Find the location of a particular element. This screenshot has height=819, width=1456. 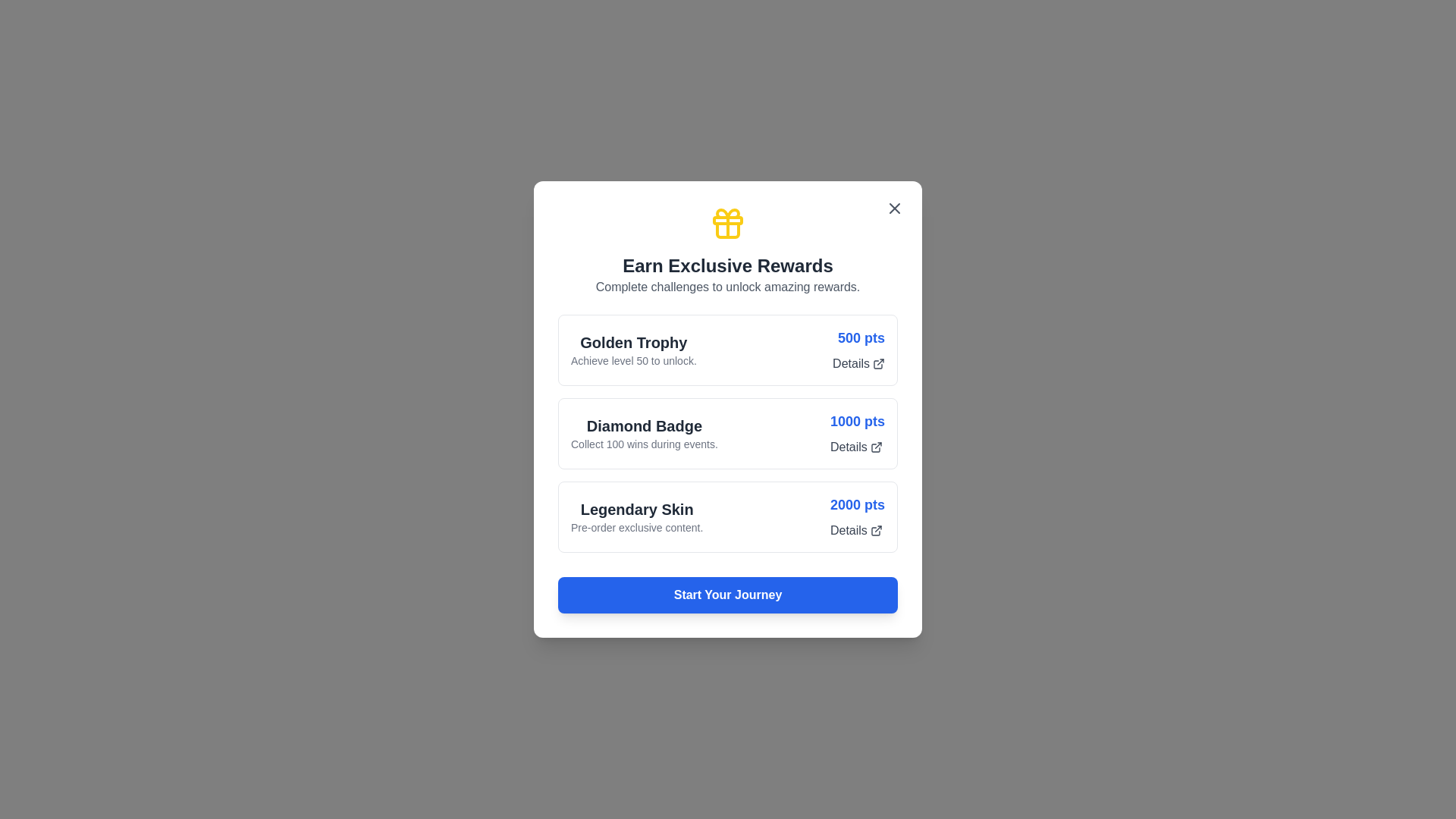

the button located at the bottom of the centered modal for reward challenges to initiate the journey or action is located at coordinates (728, 595).